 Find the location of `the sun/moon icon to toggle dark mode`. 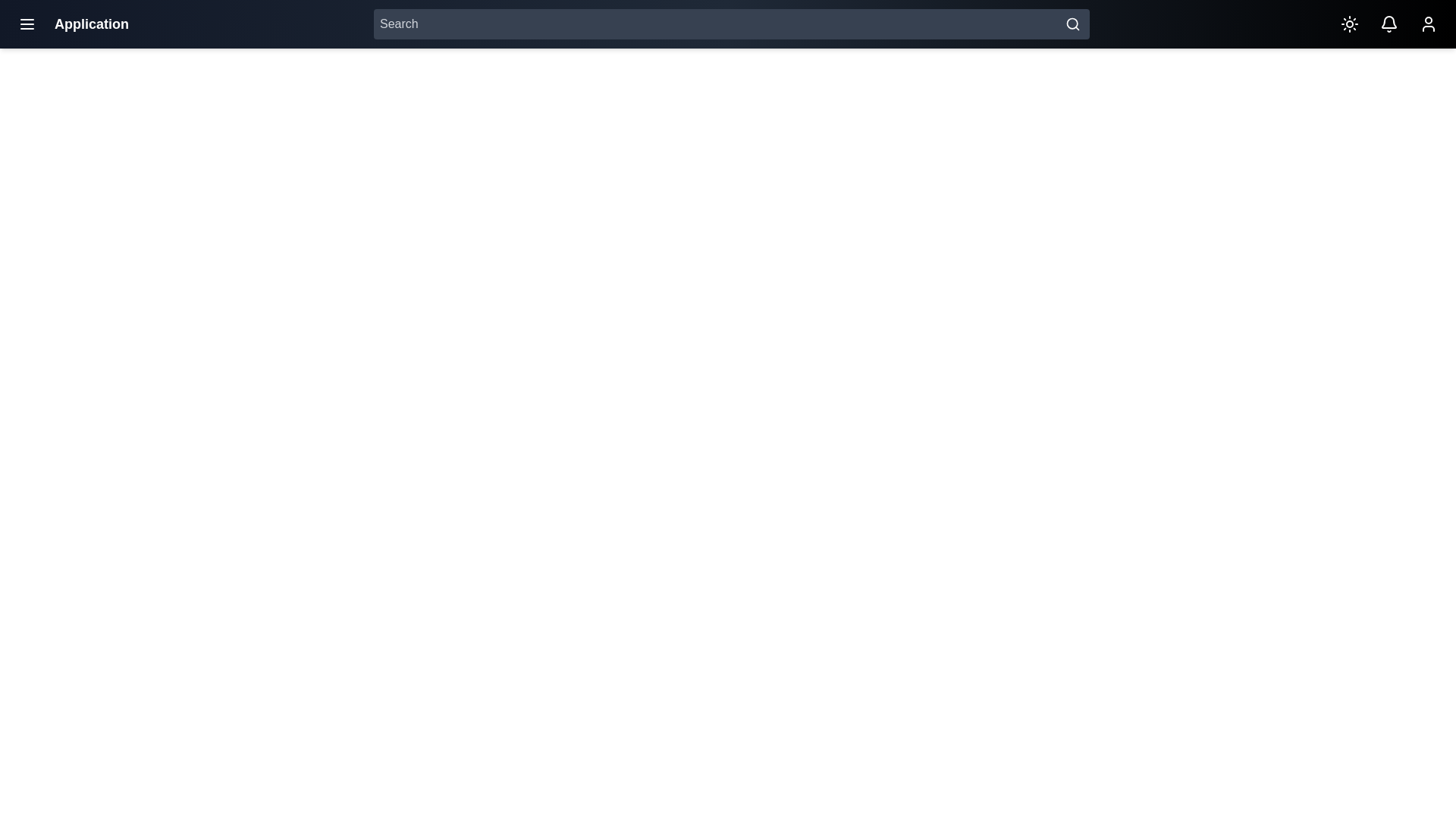

the sun/moon icon to toggle dark mode is located at coordinates (1350, 24).